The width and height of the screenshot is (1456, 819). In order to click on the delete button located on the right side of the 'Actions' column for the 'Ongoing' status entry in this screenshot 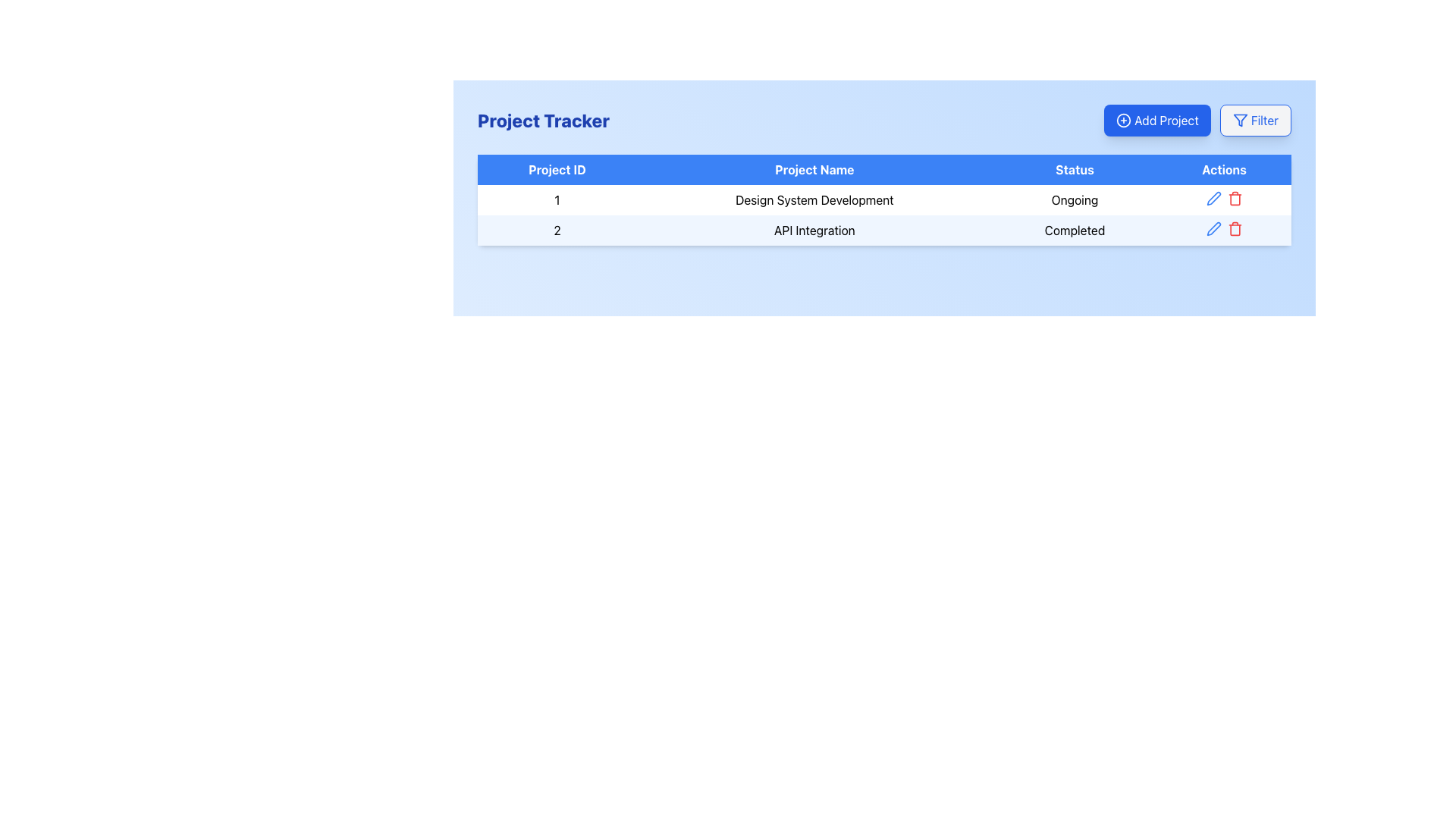, I will do `click(1235, 198)`.